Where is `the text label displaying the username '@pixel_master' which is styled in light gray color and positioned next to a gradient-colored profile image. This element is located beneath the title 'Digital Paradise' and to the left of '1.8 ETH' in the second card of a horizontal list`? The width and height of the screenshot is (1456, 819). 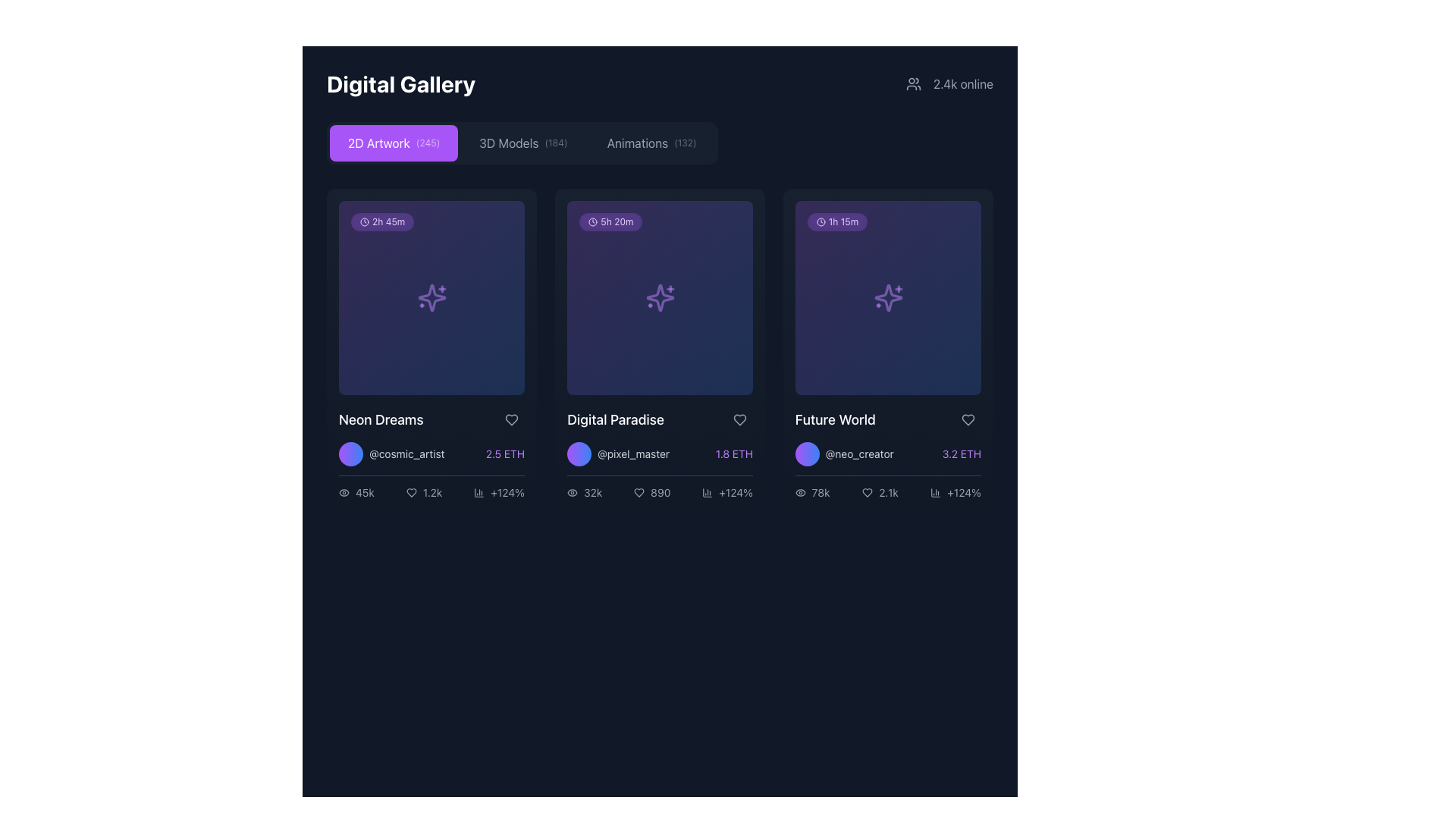
the text label displaying the username '@pixel_master' which is styled in light gray color and positioned next to a gradient-colored profile image. This element is located beneath the title 'Digital Paradise' and to the left of '1.8 ETH' in the second card of a horizontal list is located at coordinates (618, 453).